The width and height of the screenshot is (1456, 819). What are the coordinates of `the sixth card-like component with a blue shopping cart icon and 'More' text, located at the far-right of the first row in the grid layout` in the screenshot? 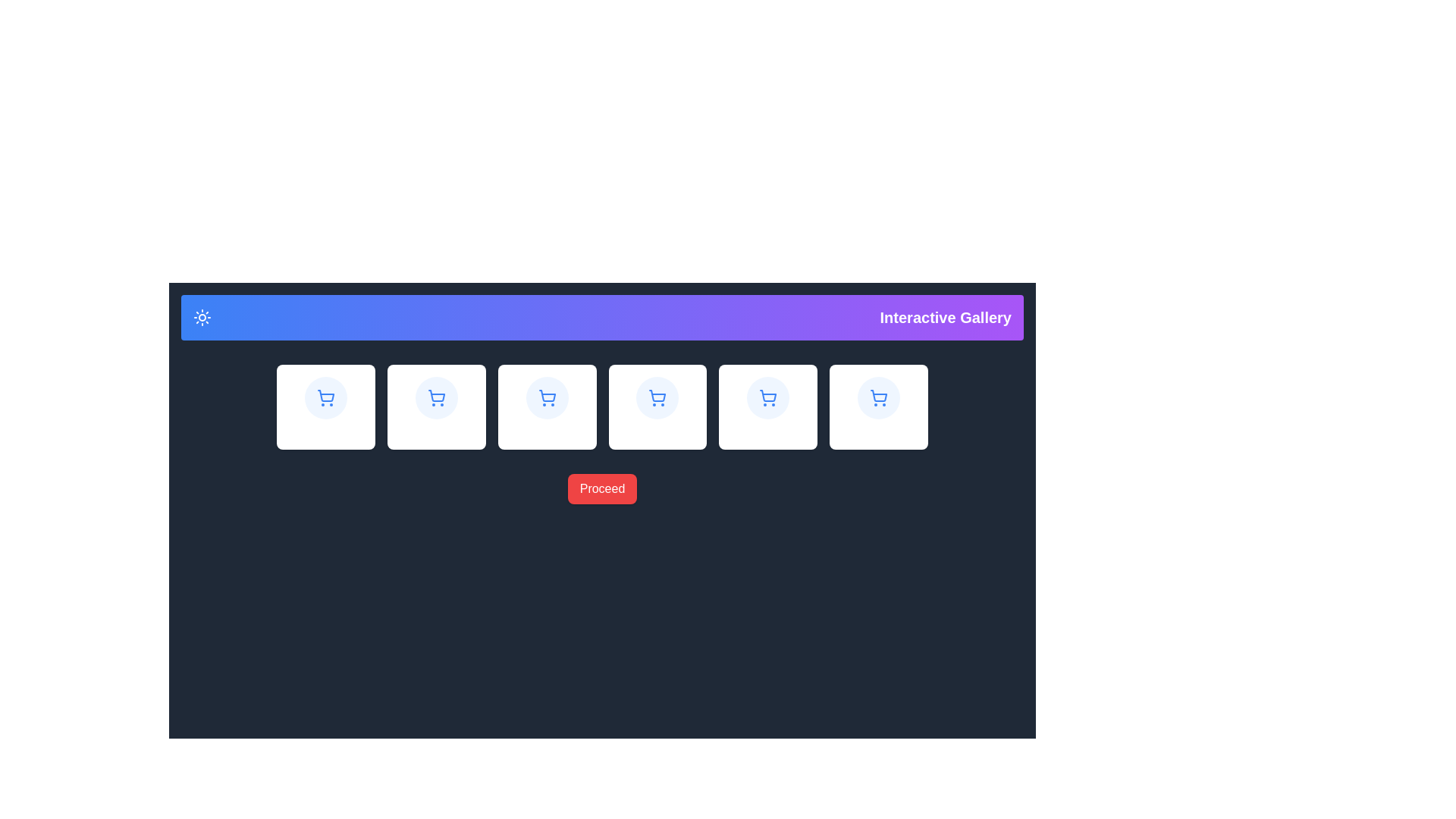 It's located at (879, 406).